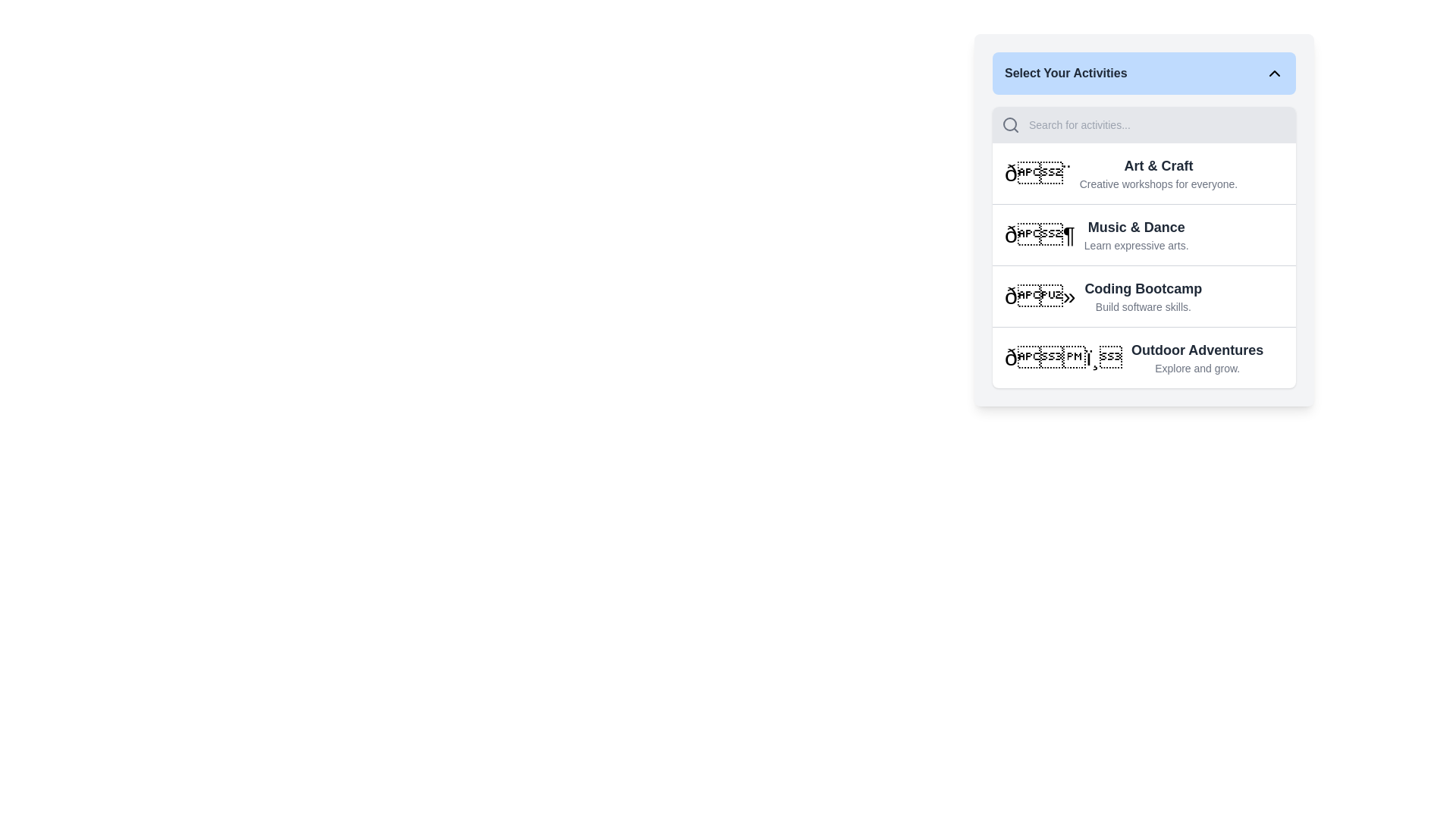 The height and width of the screenshot is (819, 1456). Describe the element at coordinates (1144, 220) in the screenshot. I see `the selectable list item titled 'Music & Dance', which is positioned as the second option in the vertical list of activities` at that location.